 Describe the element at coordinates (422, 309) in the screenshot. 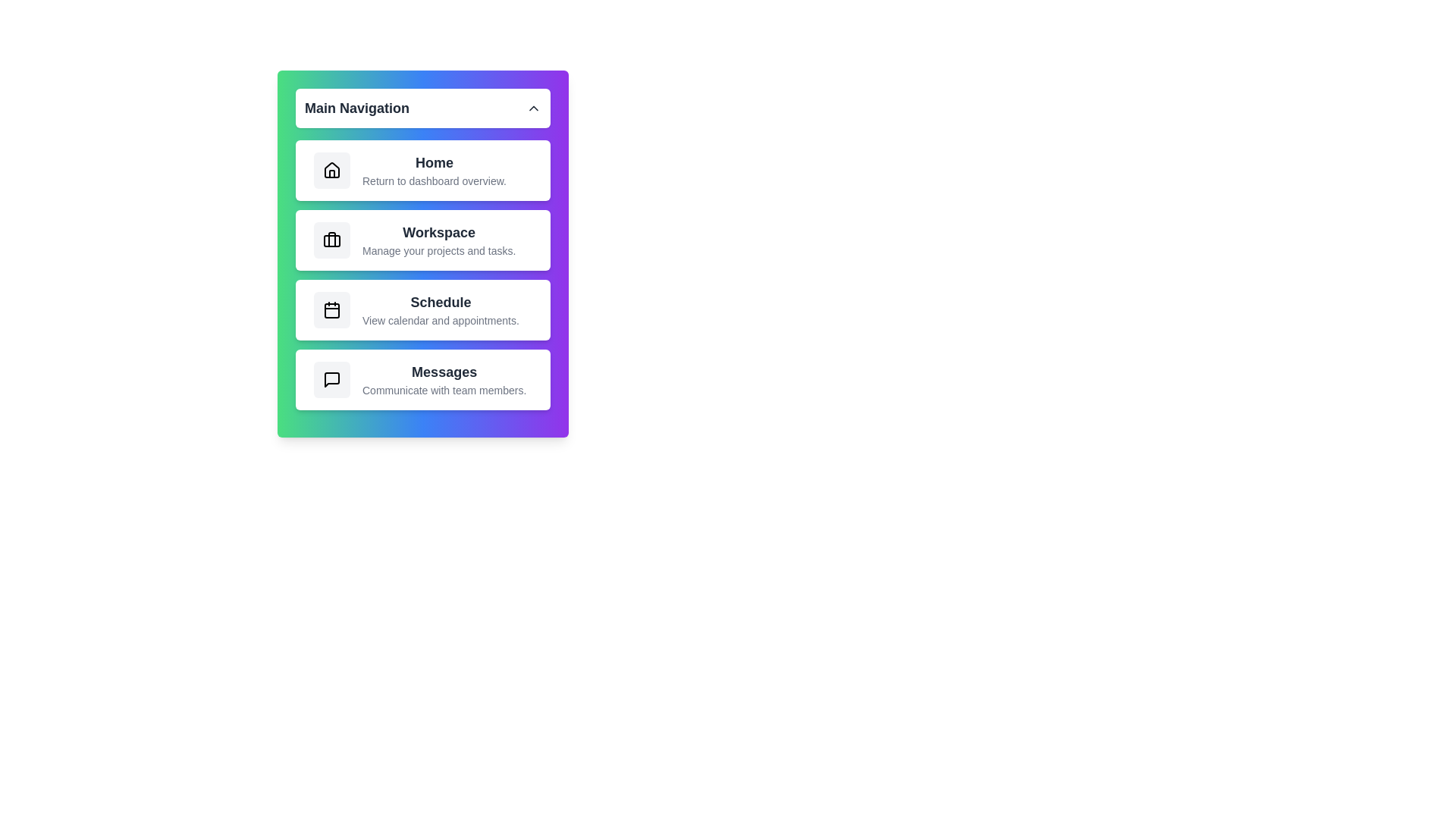

I see `the 'Schedule' navigation item` at that location.